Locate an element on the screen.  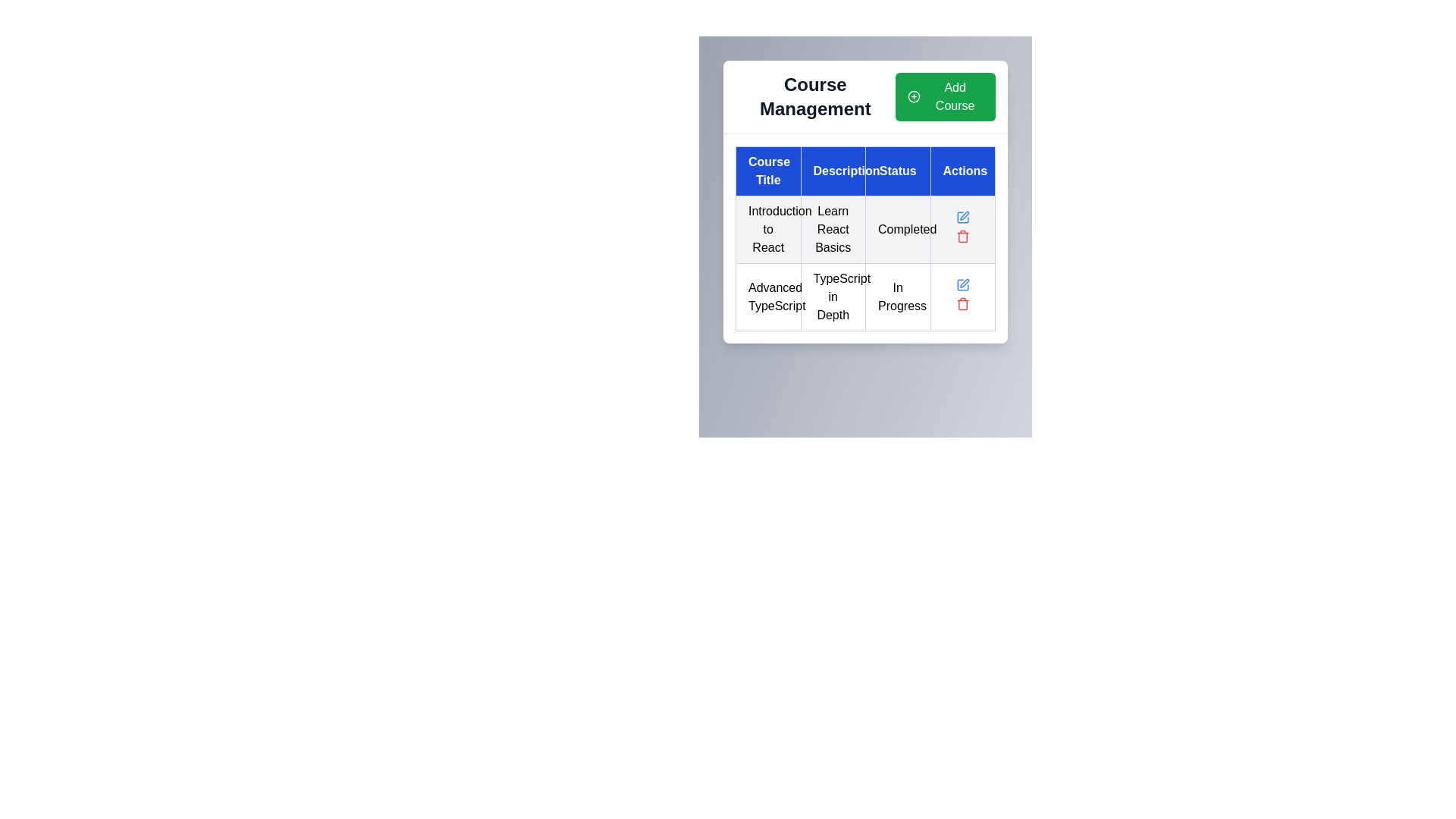
the delete button icon located in the actions column of the second row in the table is located at coordinates (962, 304).